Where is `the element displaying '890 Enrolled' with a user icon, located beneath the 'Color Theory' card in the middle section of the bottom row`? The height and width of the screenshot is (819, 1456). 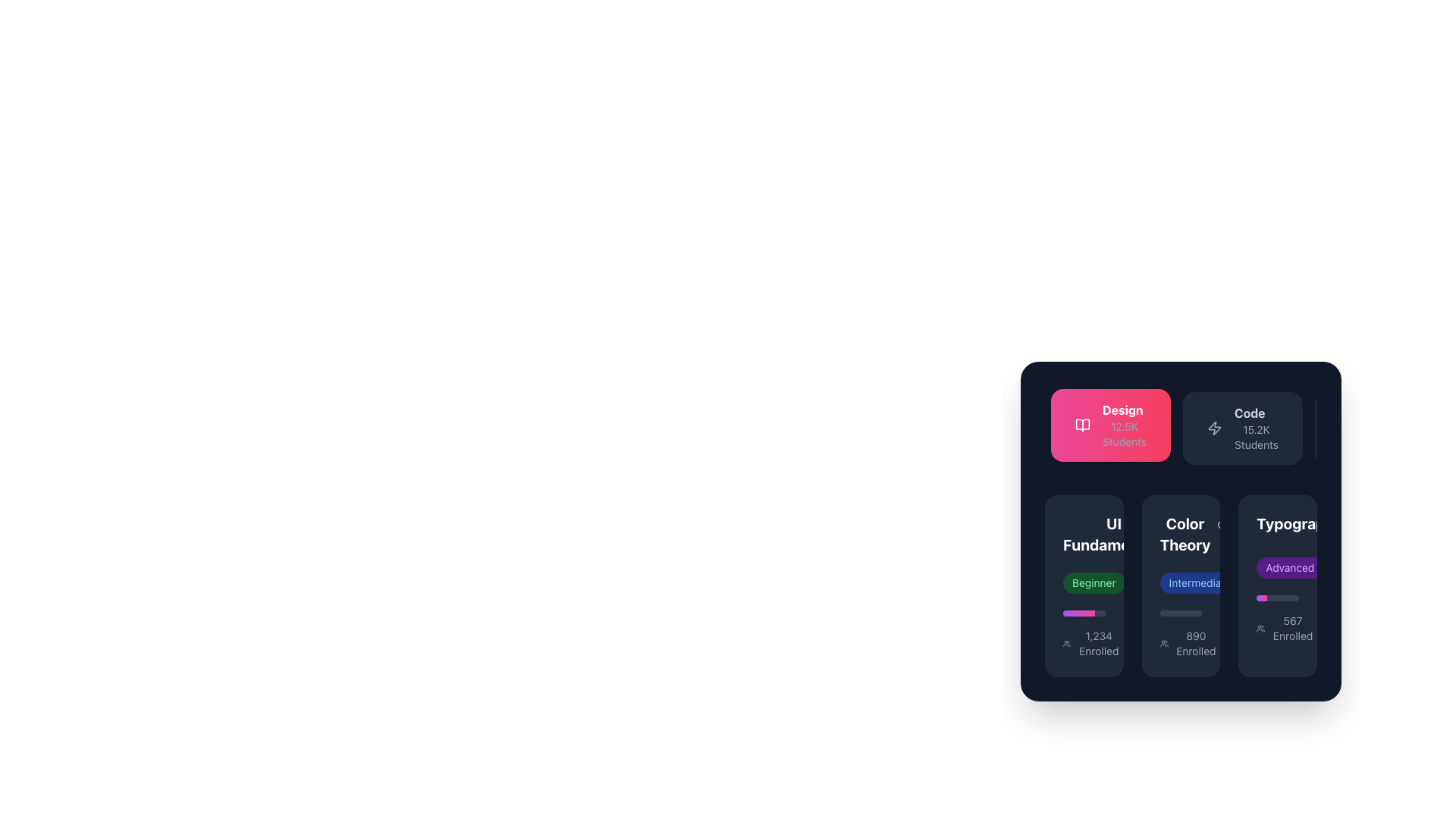 the element displaying '890 Enrolled' with a user icon, located beneath the 'Color Theory' card in the middle section of the bottom row is located at coordinates (1188, 643).